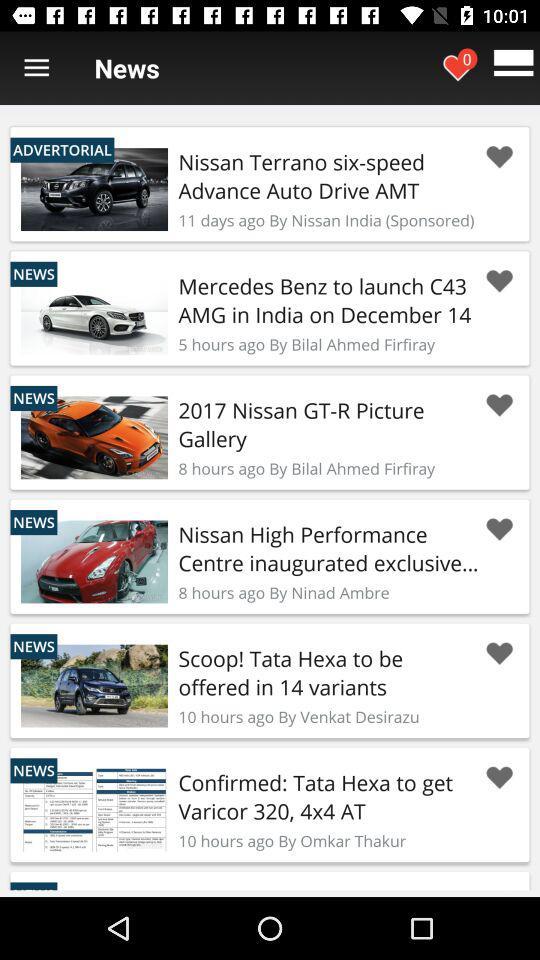 This screenshot has height=960, width=540. What do you see at coordinates (498, 156) in the screenshot?
I see `favorite` at bounding box center [498, 156].